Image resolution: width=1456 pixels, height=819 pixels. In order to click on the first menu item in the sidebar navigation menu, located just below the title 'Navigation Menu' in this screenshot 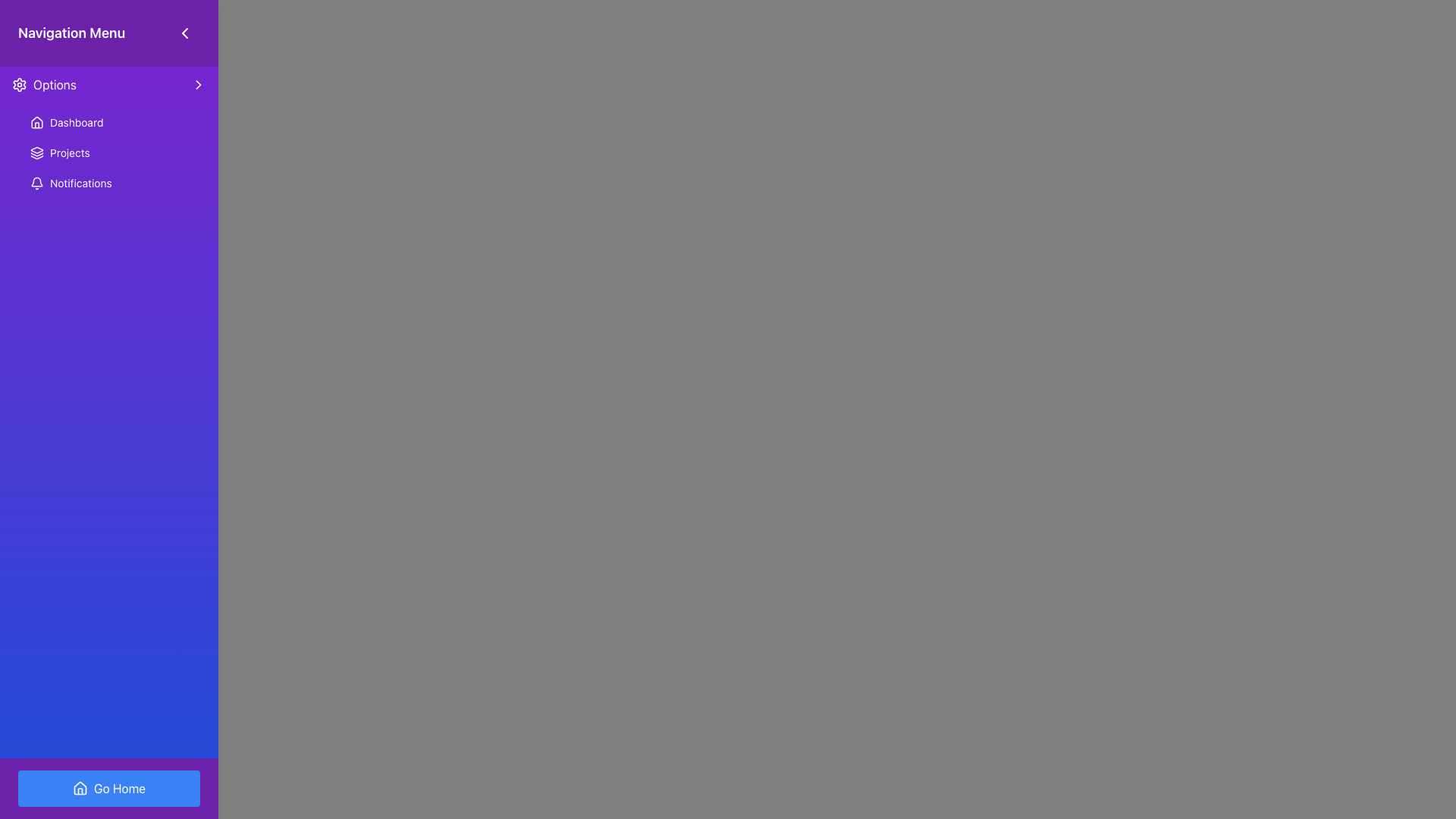, I will do `click(108, 84)`.